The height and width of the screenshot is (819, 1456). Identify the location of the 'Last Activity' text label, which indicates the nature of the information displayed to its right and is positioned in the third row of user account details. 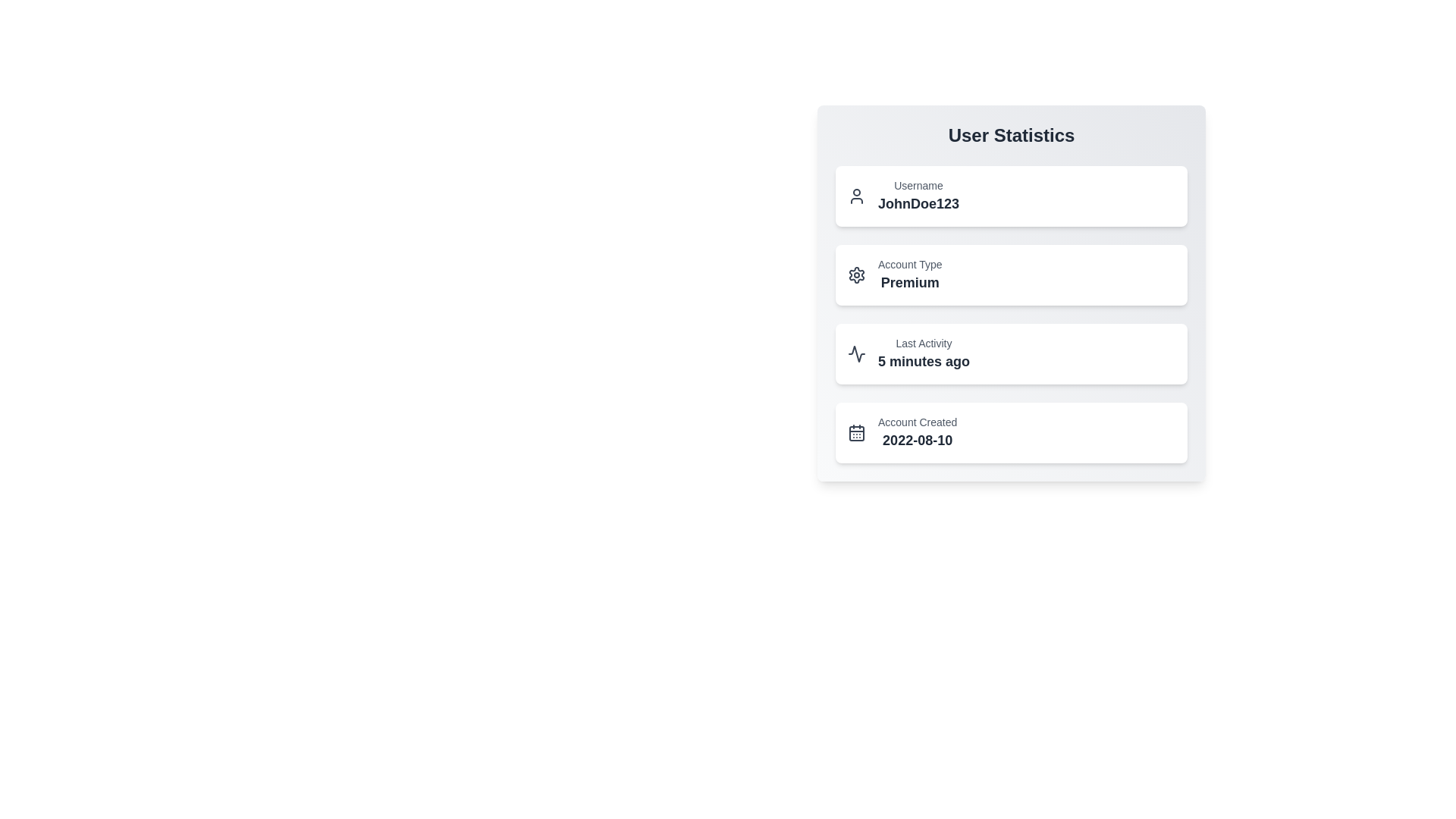
(923, 343).